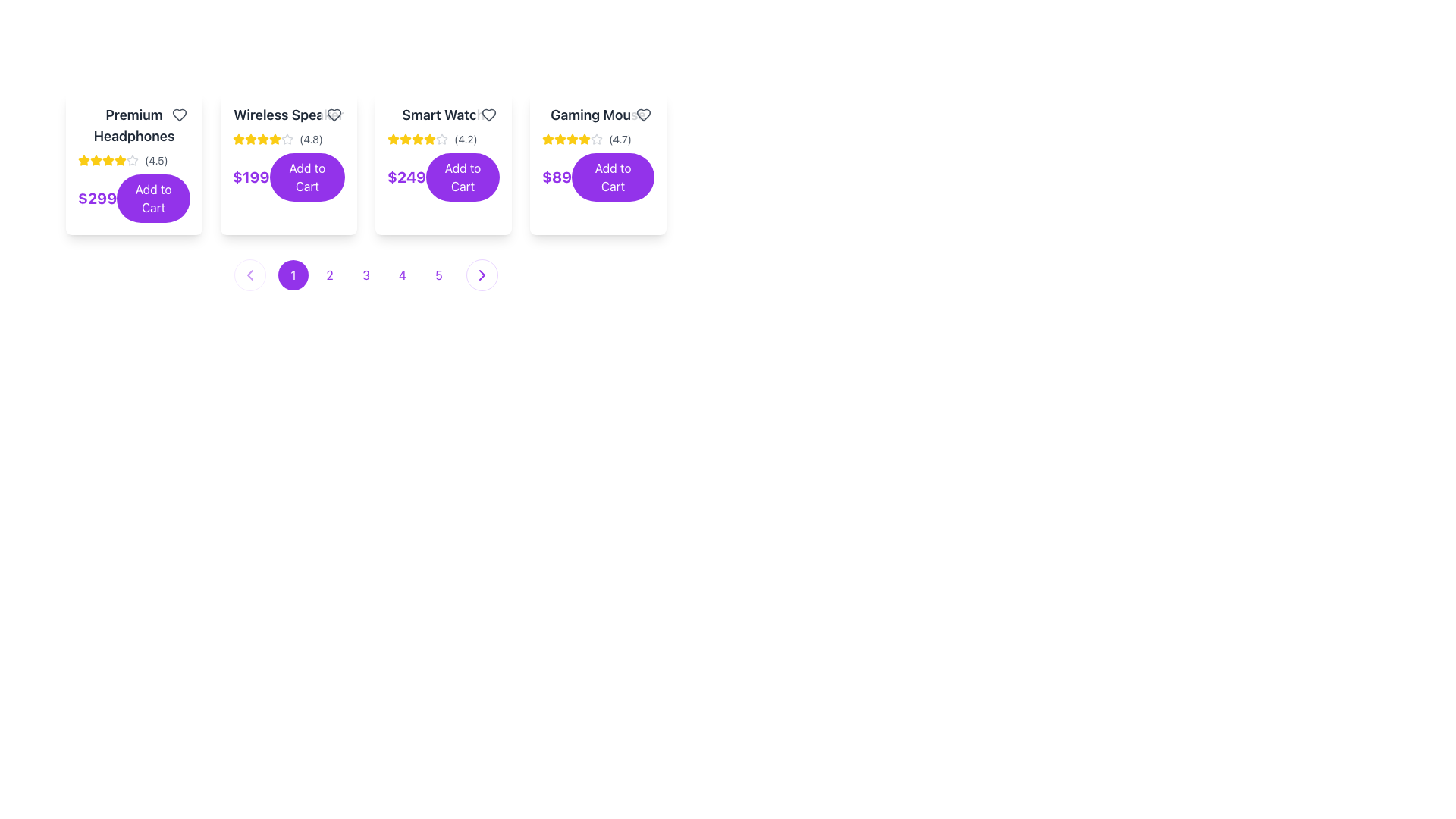 The width and height of the screenshot is (1456, 819). What do you see at coordinates (584, 140) in the screenshot?
I see `the sixth yellow star icon in the rating component for the 'Gaming Mouse' product card` at bounding box center [584, 140].